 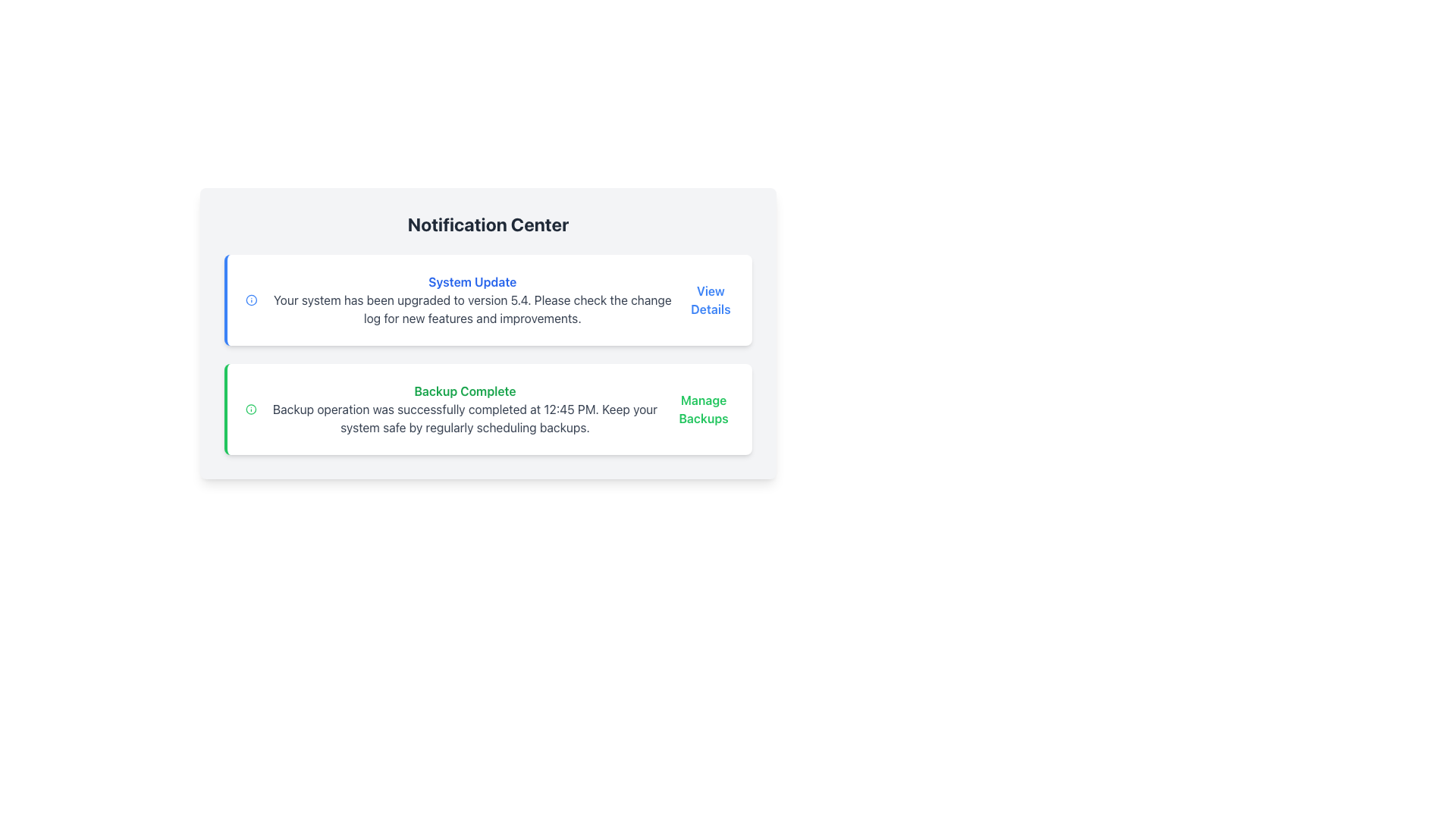 What do you see at coordinates (710, 300) in the screenshot?
I see `the button-link located at the top-right corner of the 'System Update' section` at bounding box center [710, 300].